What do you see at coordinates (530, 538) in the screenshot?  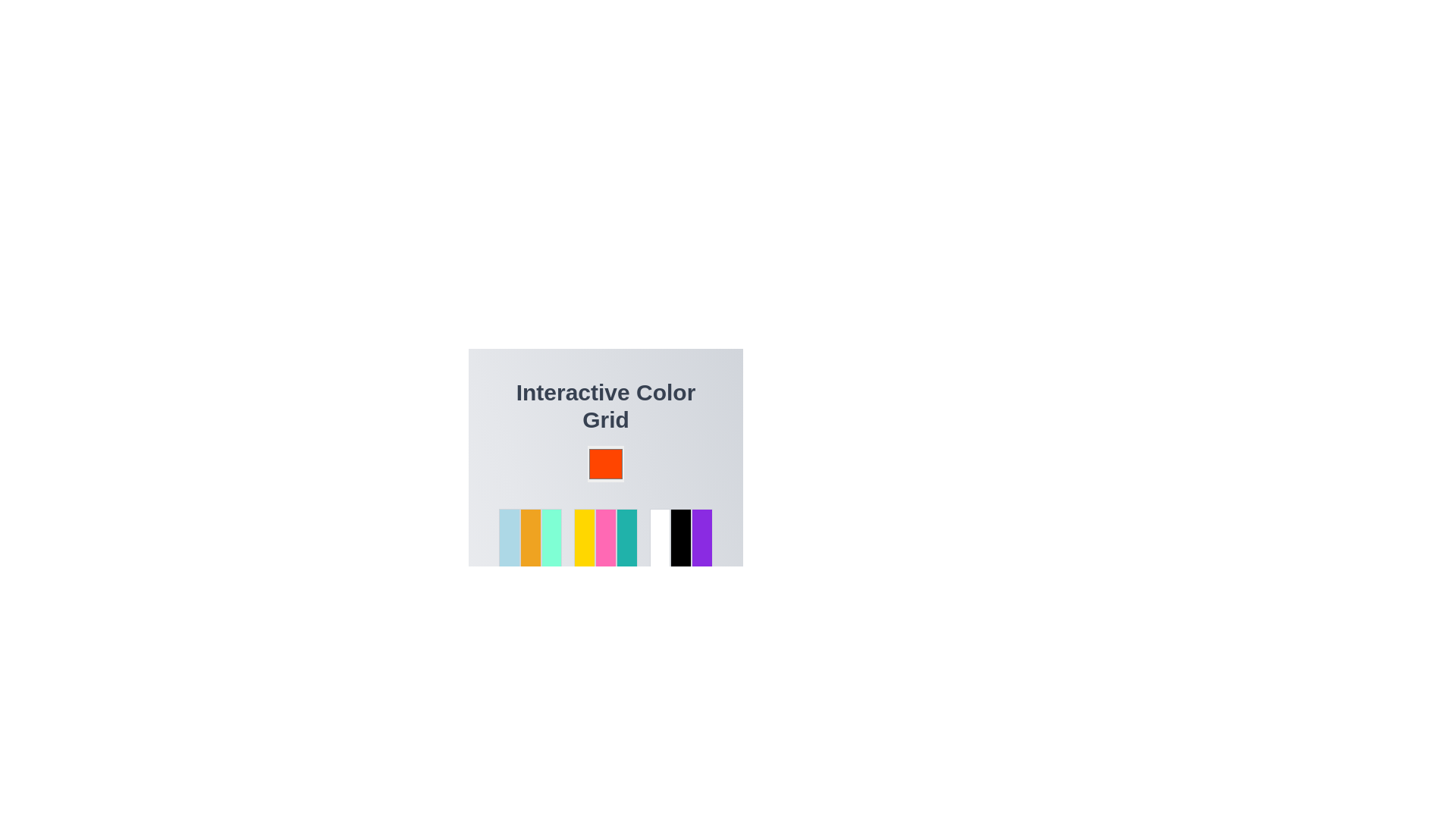 I see `the Interactive Box` at bounding box center [530, 538].